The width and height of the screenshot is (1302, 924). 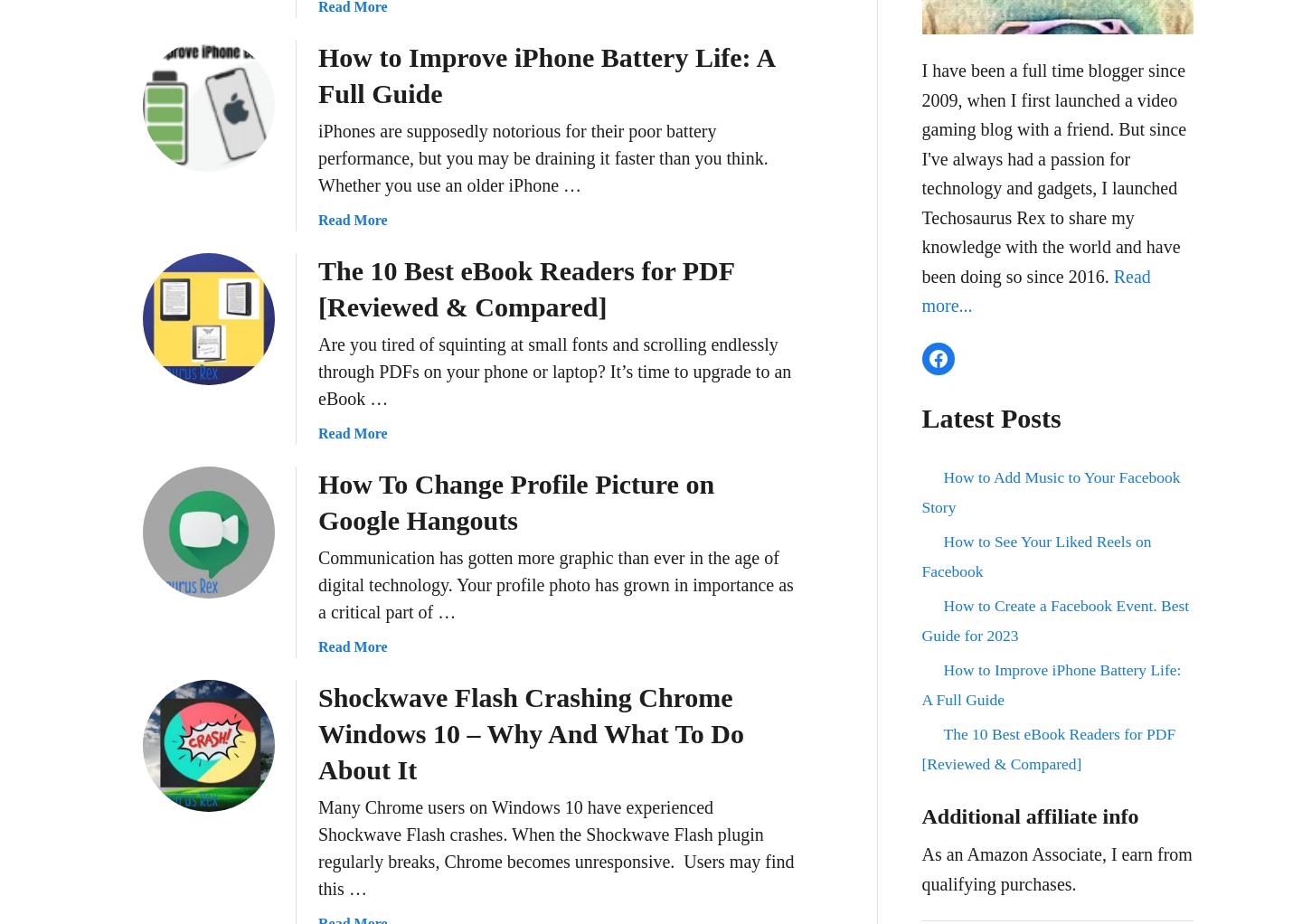 I want to click on 'Communication has gotten more graphic than ever in the age of digital technology. Your profile photo has grown in importance as a critical part of …', so click(x=554, y=585).